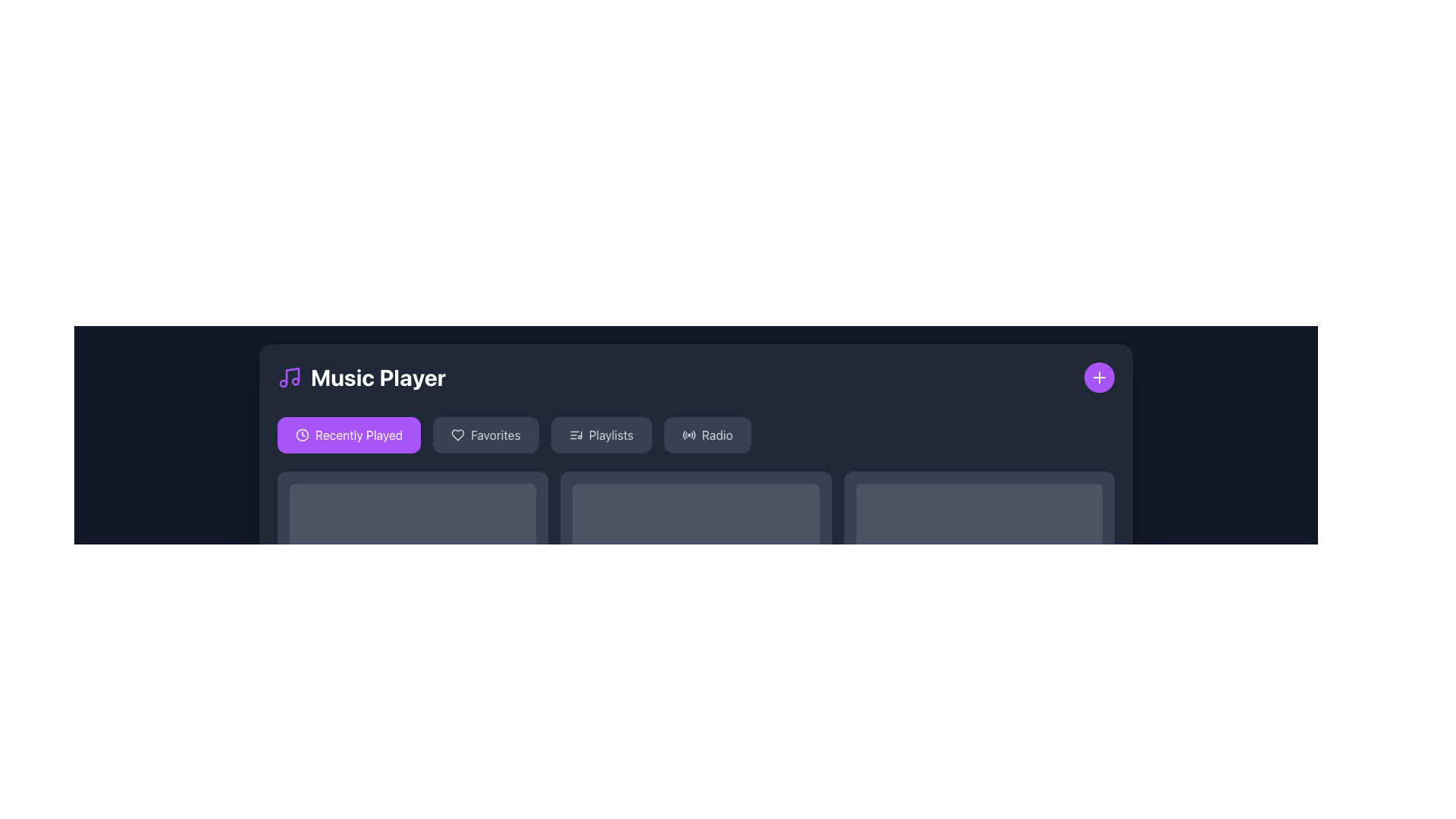 The width and height of the screenshot is (1456, 819). I want to click on the plus sign button with a circular purple background located in the top-right corner of the interface, so click(1099, 376).